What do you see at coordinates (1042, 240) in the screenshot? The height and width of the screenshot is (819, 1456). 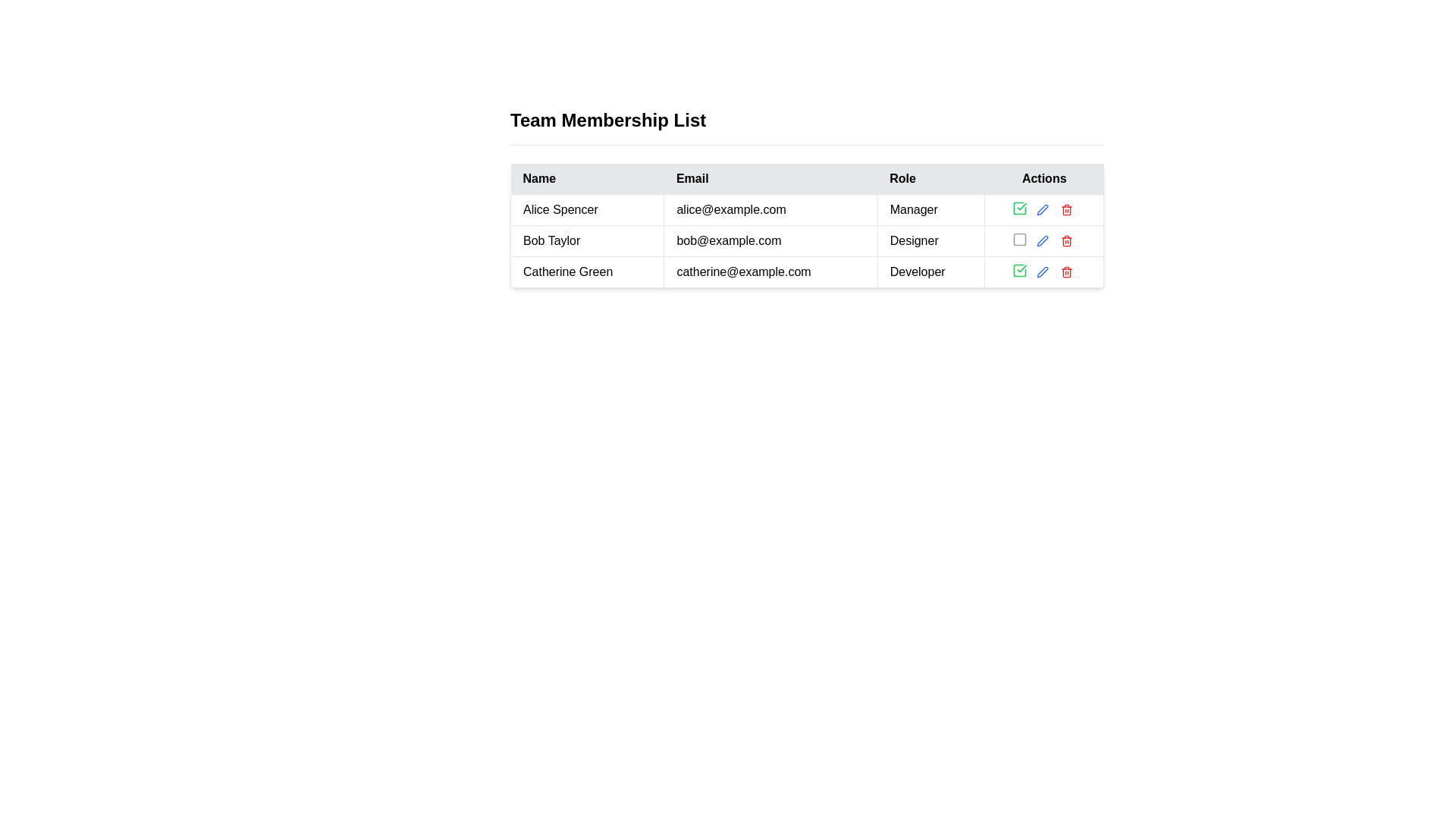 I see `the small blue pen icon styled as an interactive edit button located in the 'Actions' column for the row corresponding to 'Bob Taylor'` at bounding box center [1042, 240].